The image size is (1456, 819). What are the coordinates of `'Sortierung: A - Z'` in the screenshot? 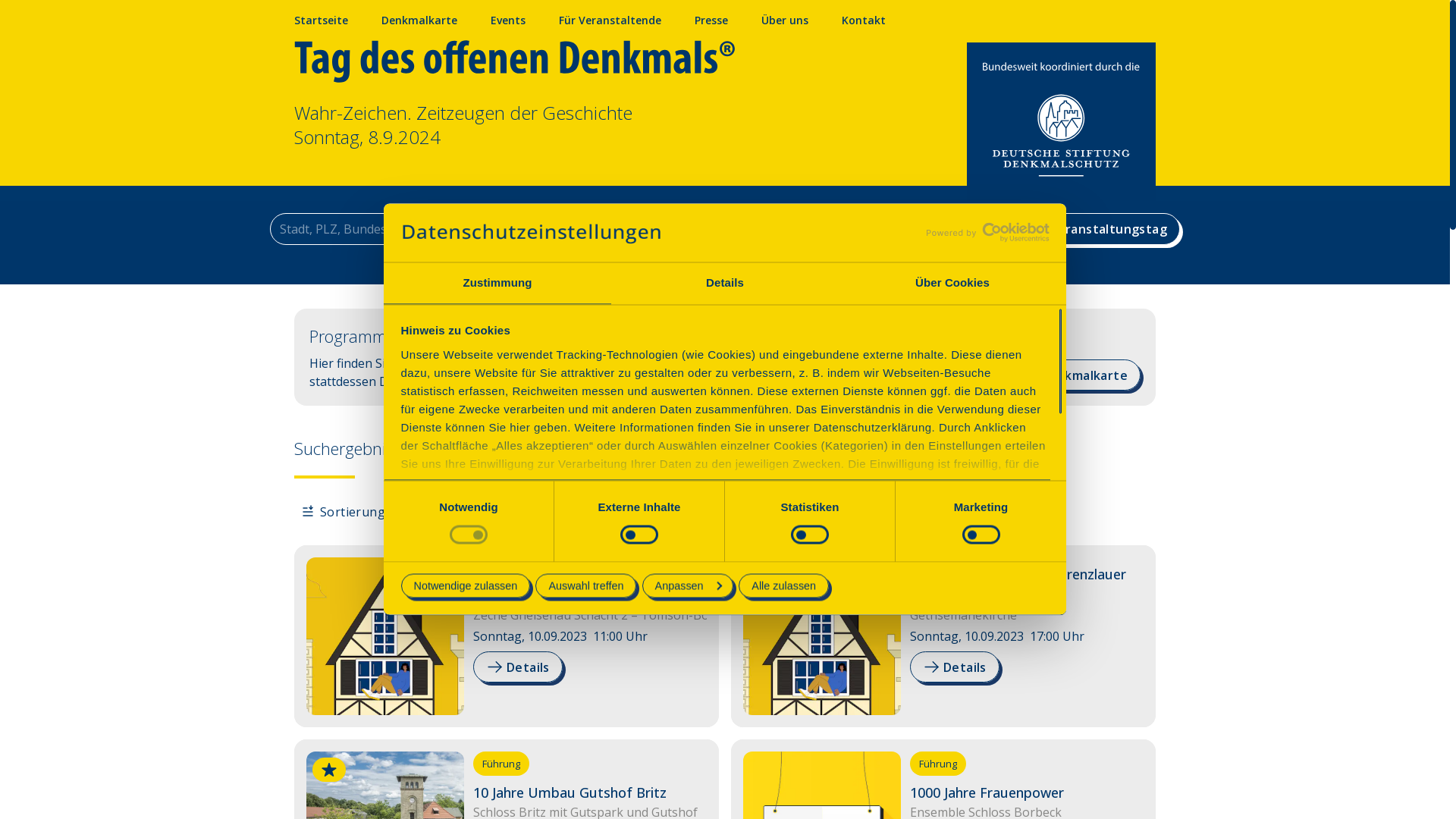 It's located at (358, 512).